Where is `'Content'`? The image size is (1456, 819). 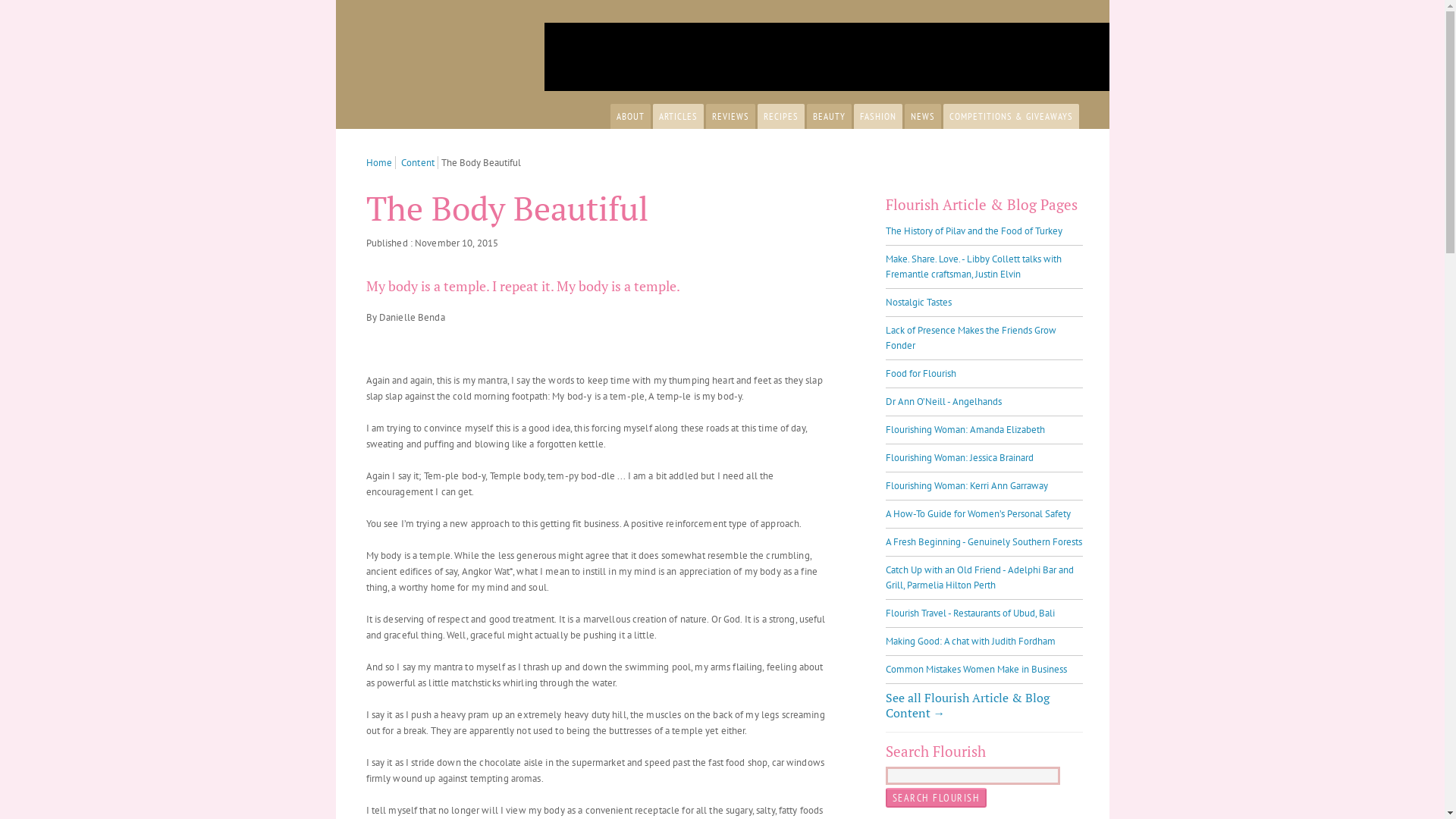
'Content' is located at coordinates (419, 162).